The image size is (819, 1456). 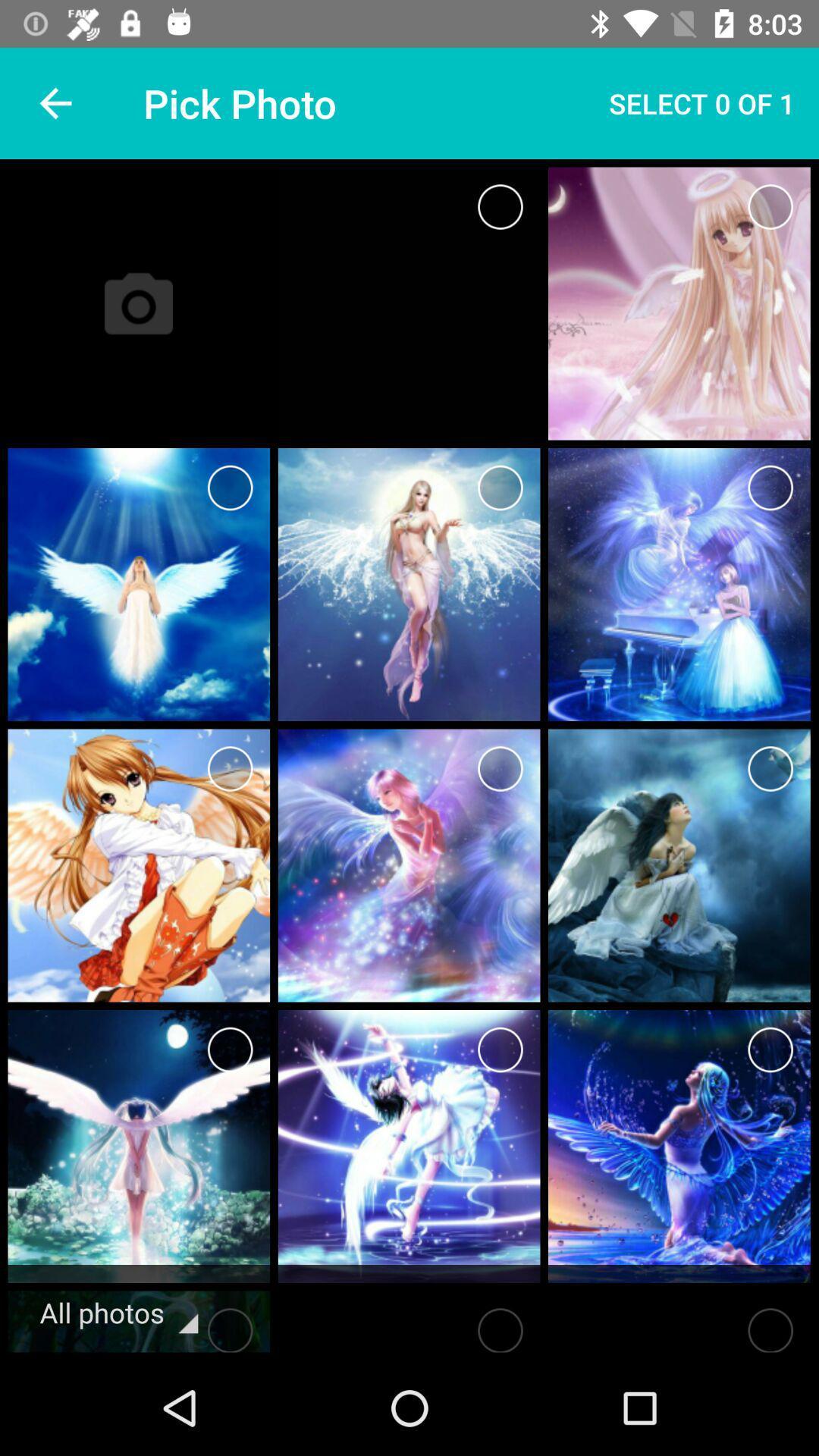 What do you see at coordinates (678, 1325) in the screenshot?
I see `the circle sign at the right corner bottom of the page` at bounding box center [678, 1325].